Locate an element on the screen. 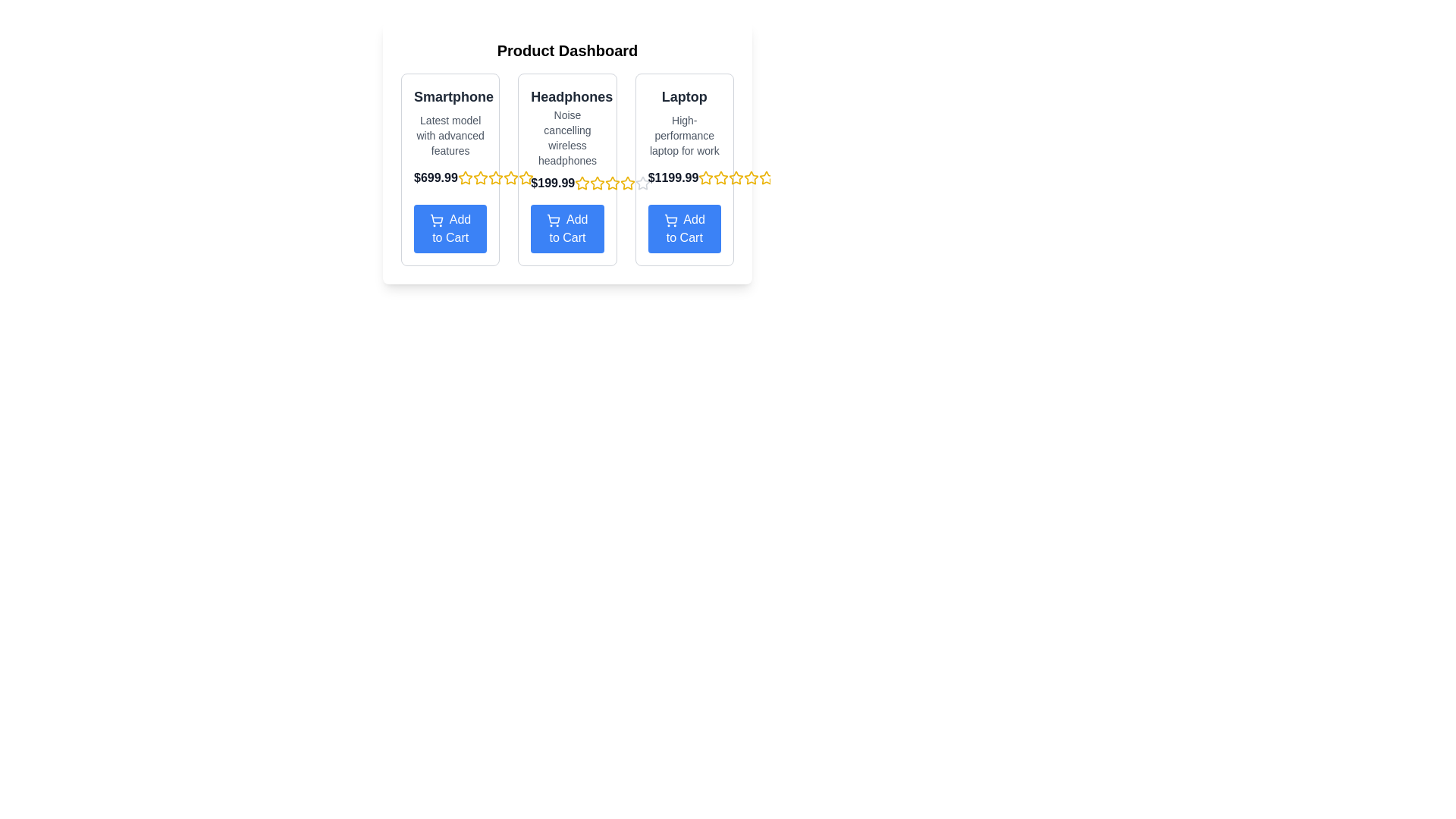  the seventh yellow star icon in the rating system located below the price information of the 'Headphones' product card is located at coordinates (510, 177).